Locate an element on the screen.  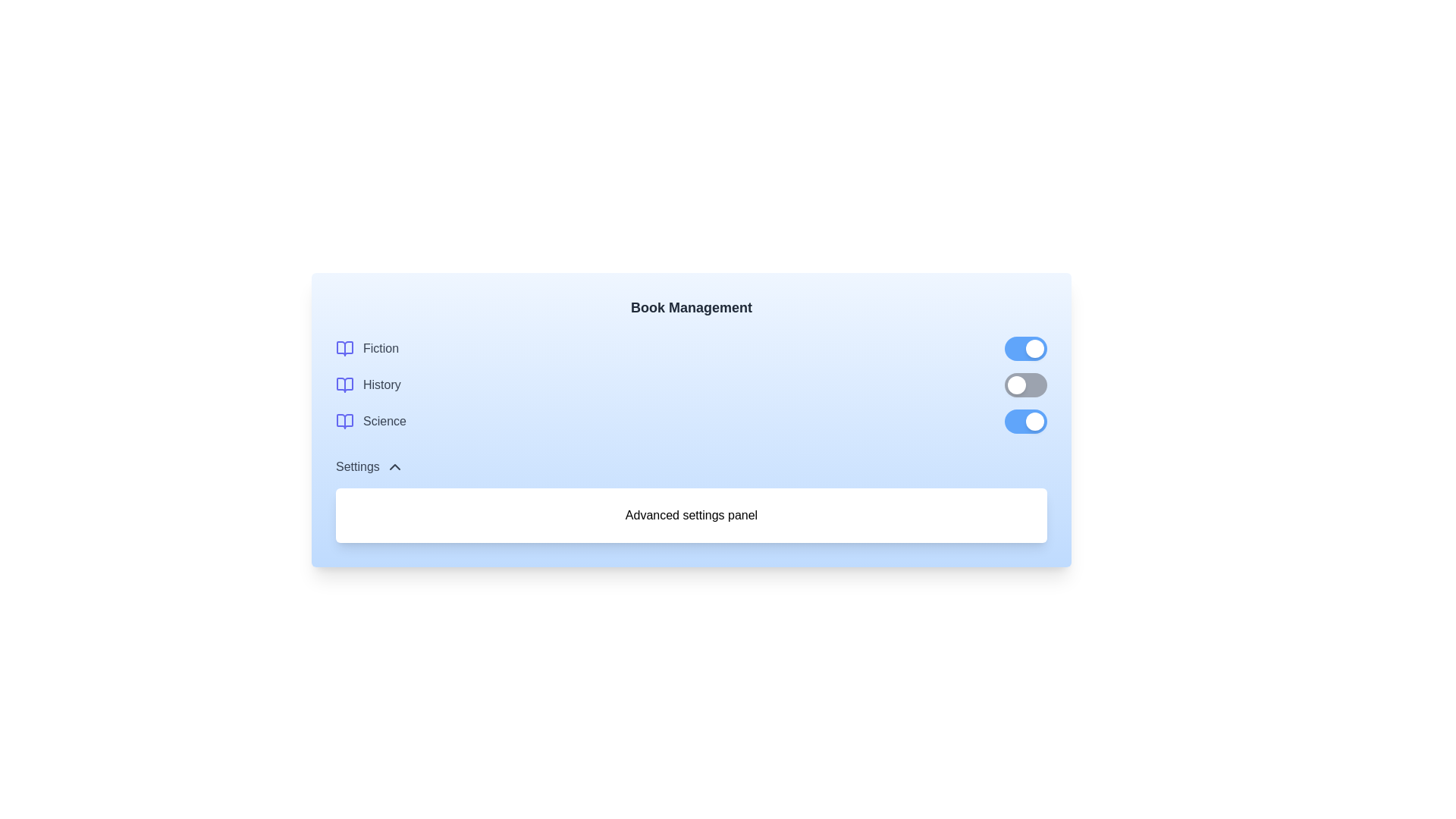
the 'Settings' button to toggle the advanced settings panel is located at coordinates (369, 466).